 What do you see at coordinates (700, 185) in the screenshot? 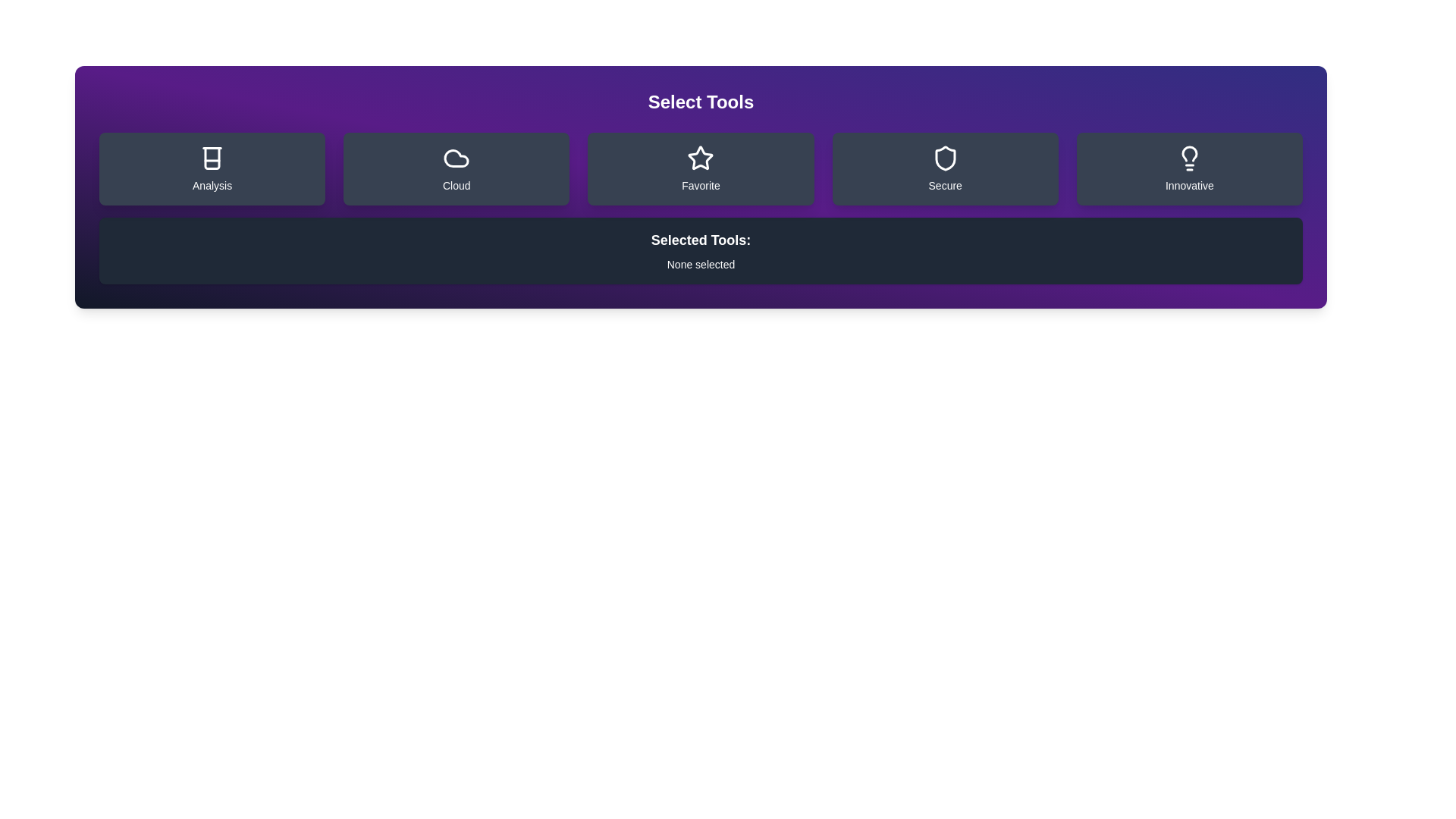
I see `the 'Favorite' text label, which is displayed in white on a dark gray background and is located at the bottom of a card containing a star icon` at bounding box center [700, 185].